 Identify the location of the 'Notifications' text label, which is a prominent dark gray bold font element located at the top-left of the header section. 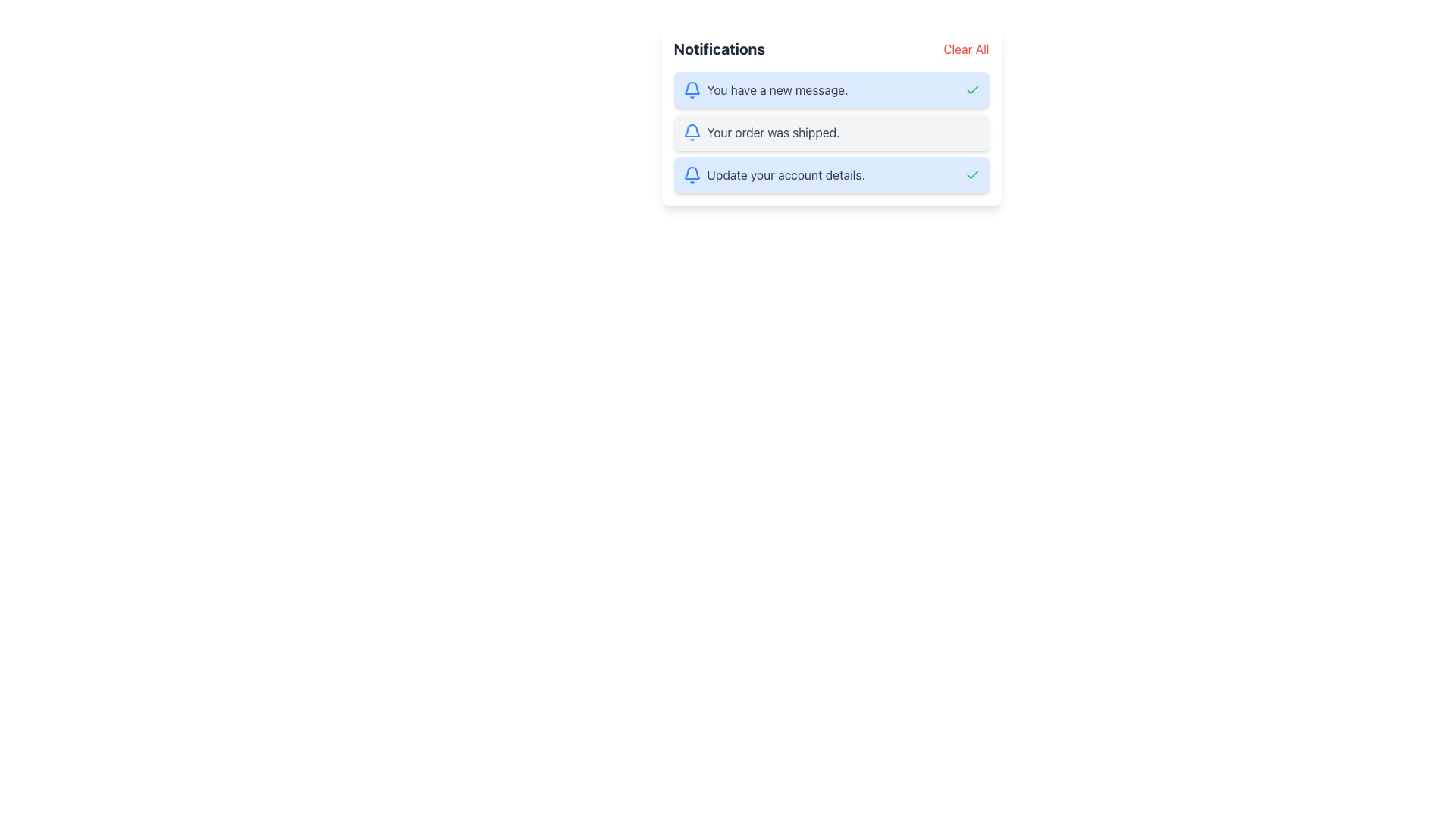
(718, 49).